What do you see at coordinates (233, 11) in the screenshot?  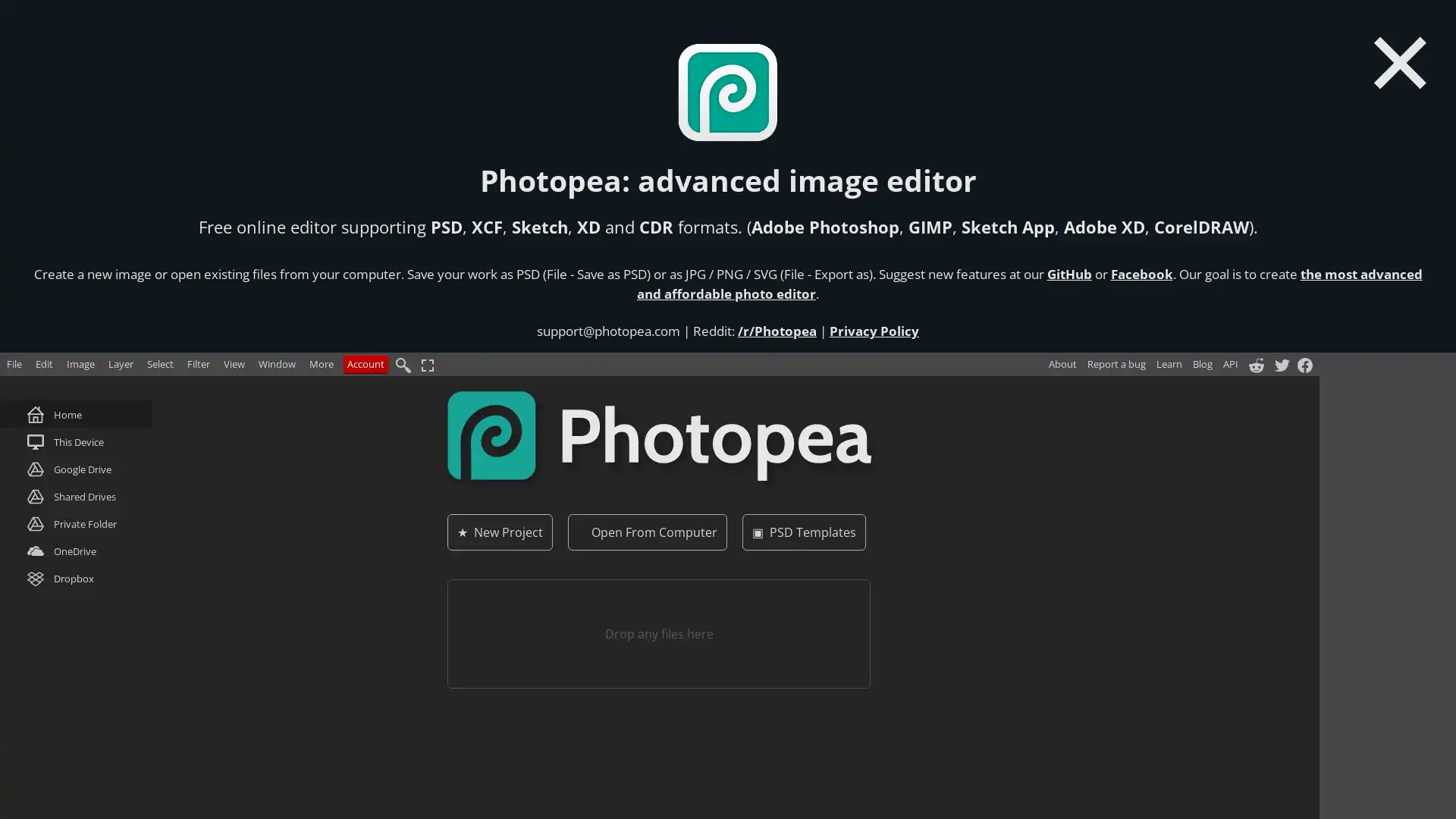 I see `View` at bounding box center [233, 11].